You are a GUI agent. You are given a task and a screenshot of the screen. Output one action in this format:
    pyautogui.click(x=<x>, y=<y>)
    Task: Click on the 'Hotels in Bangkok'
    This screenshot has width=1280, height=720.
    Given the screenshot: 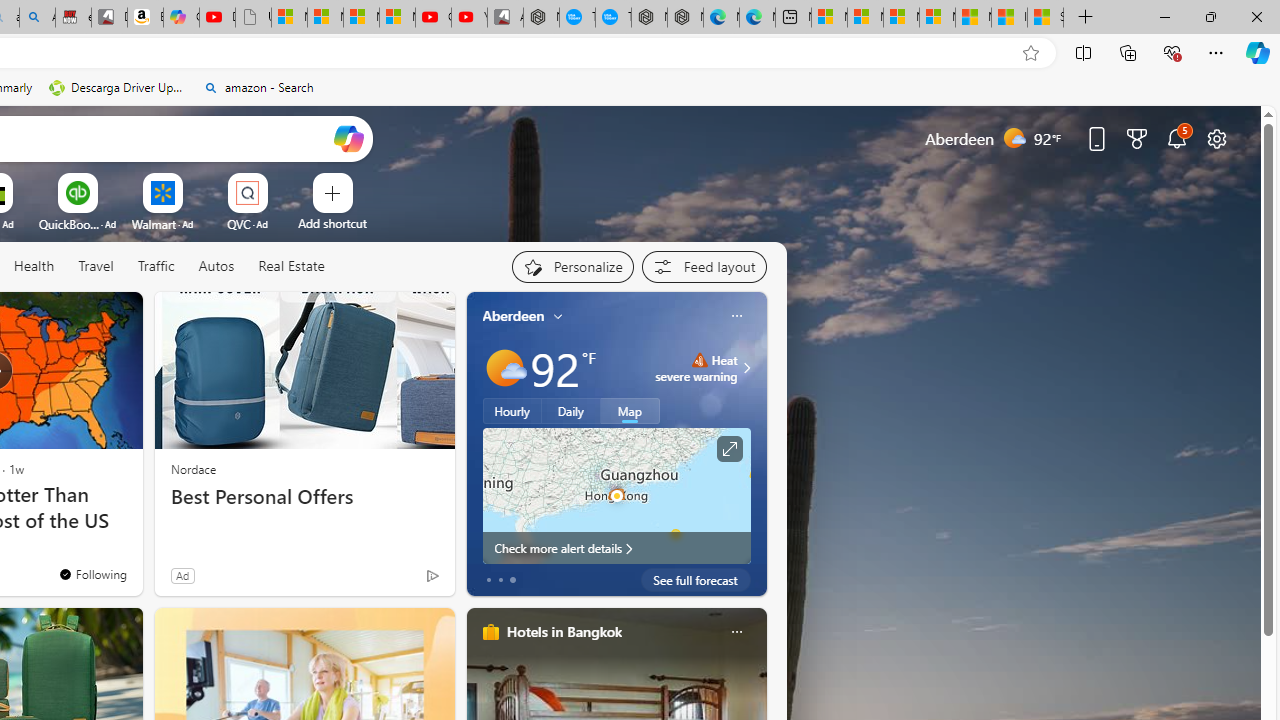 What is the action you would take?
    pyautogui.click(x=562, y=631)
    